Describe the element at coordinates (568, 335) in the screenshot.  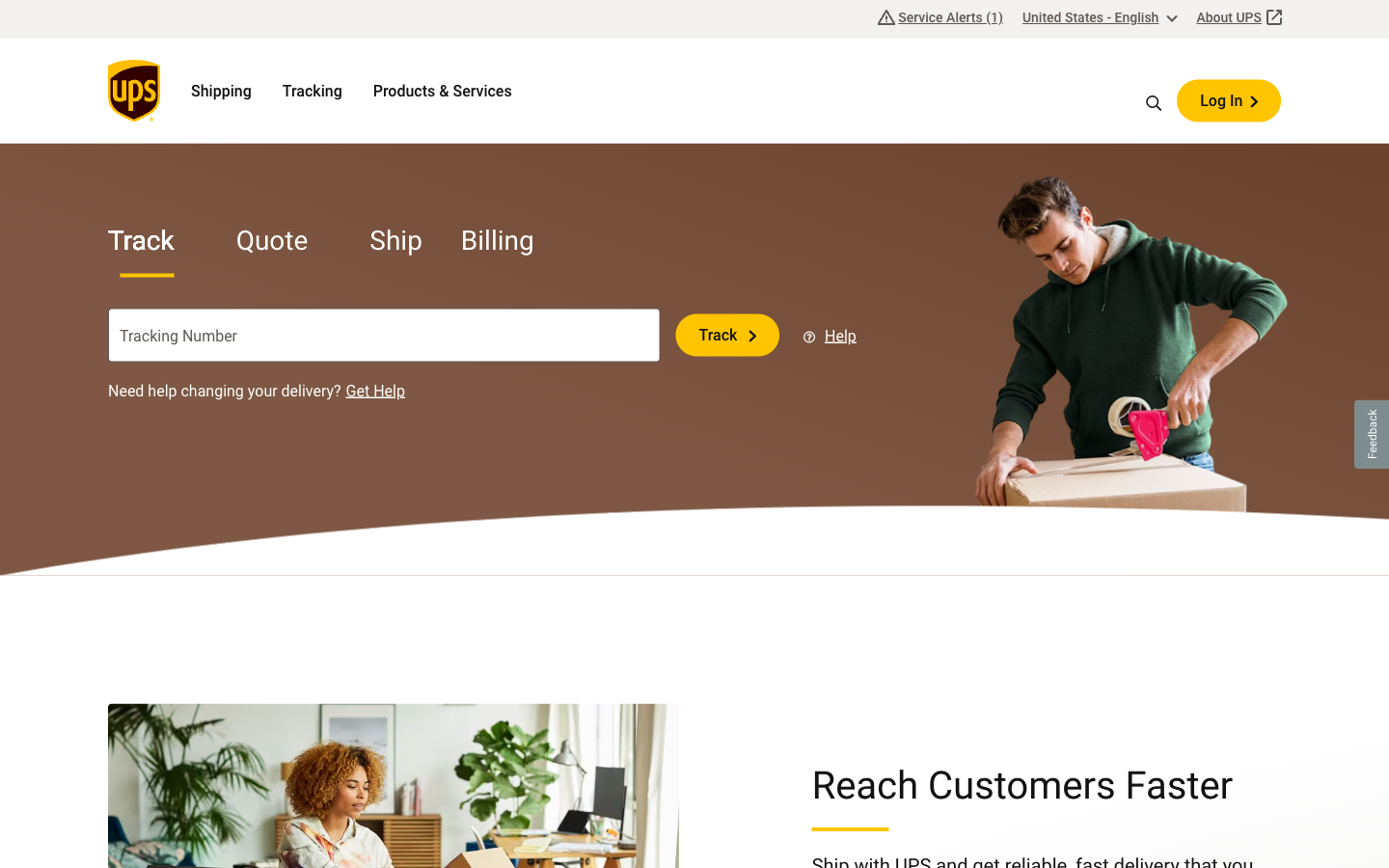
I see `Clear the content in the tracking bar` at that location.